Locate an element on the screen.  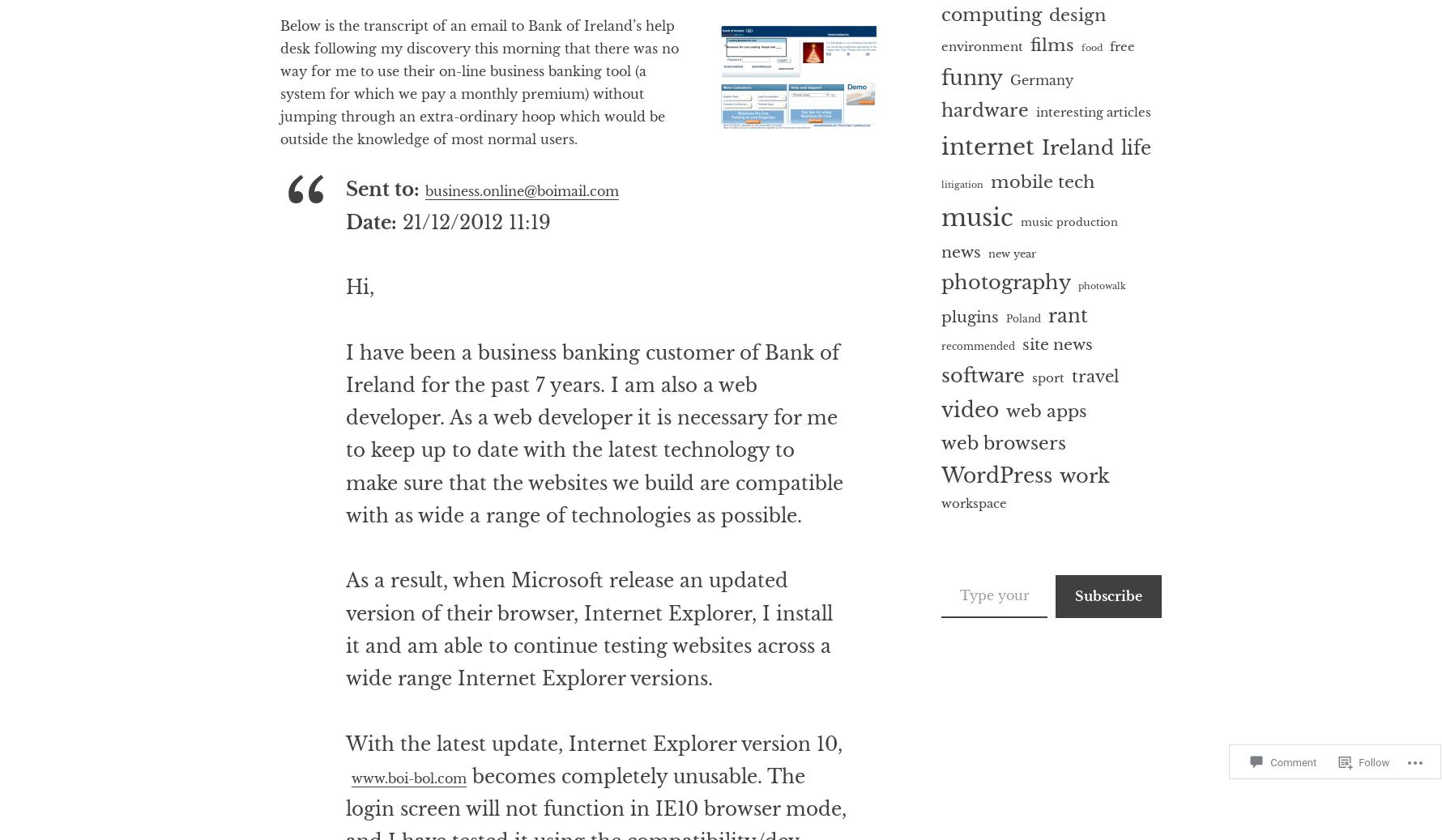
'Poland' is located at coordinates (1022, 318).